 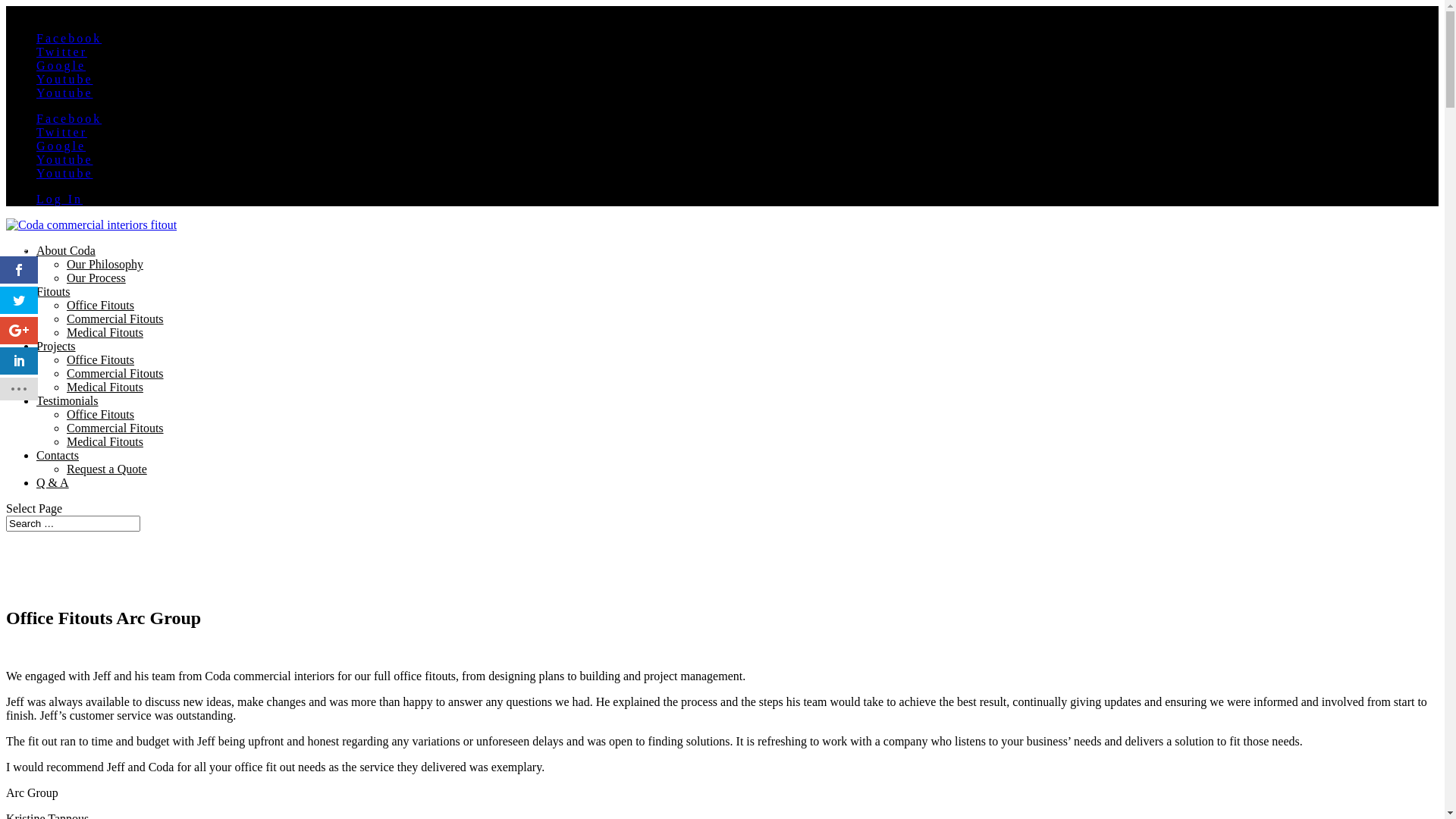 I want to click on 'Office Fitouts', so click(x=99, y=359).